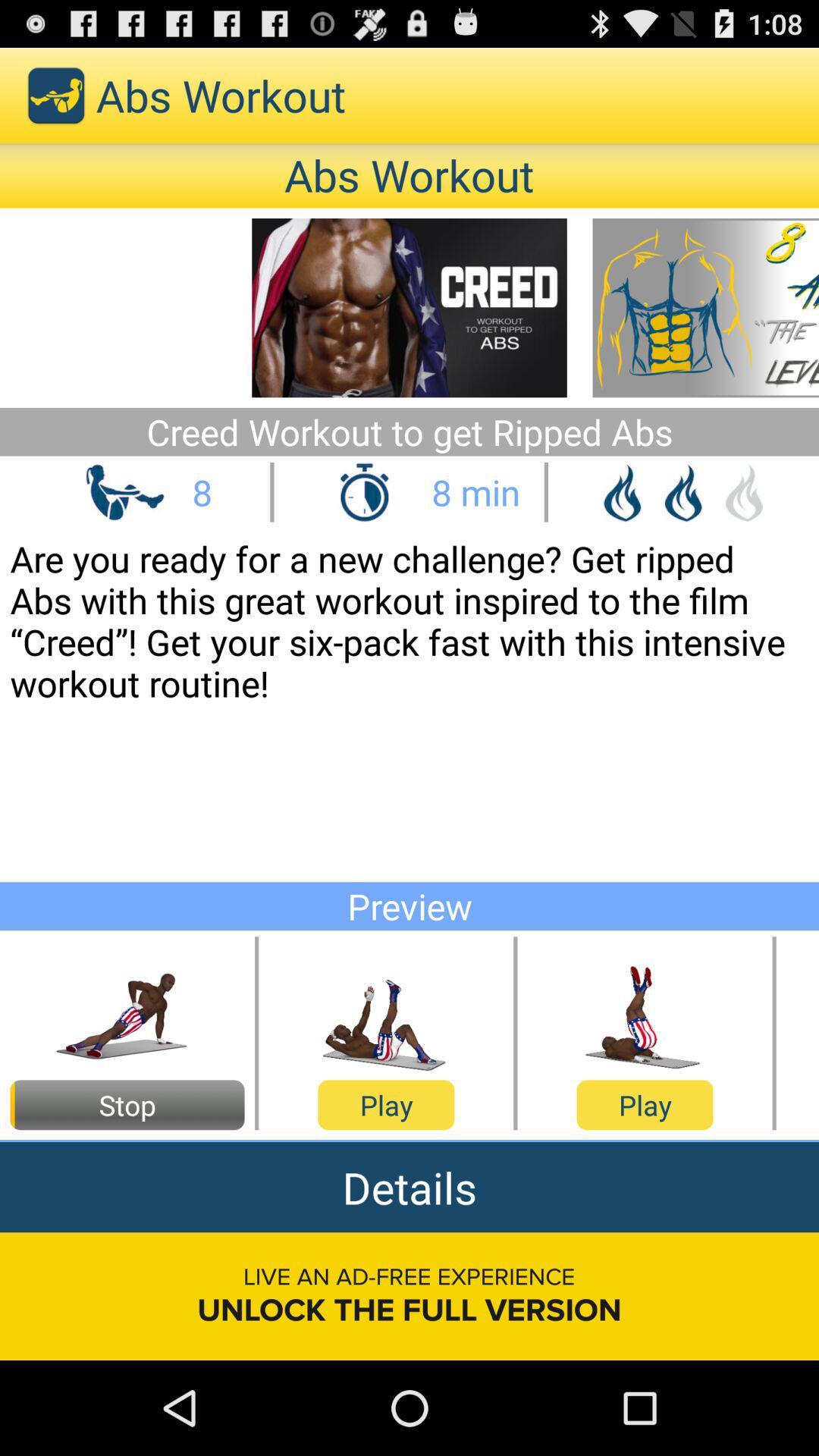  I want to click on the icon above the live an ad, so click(409, 1186).